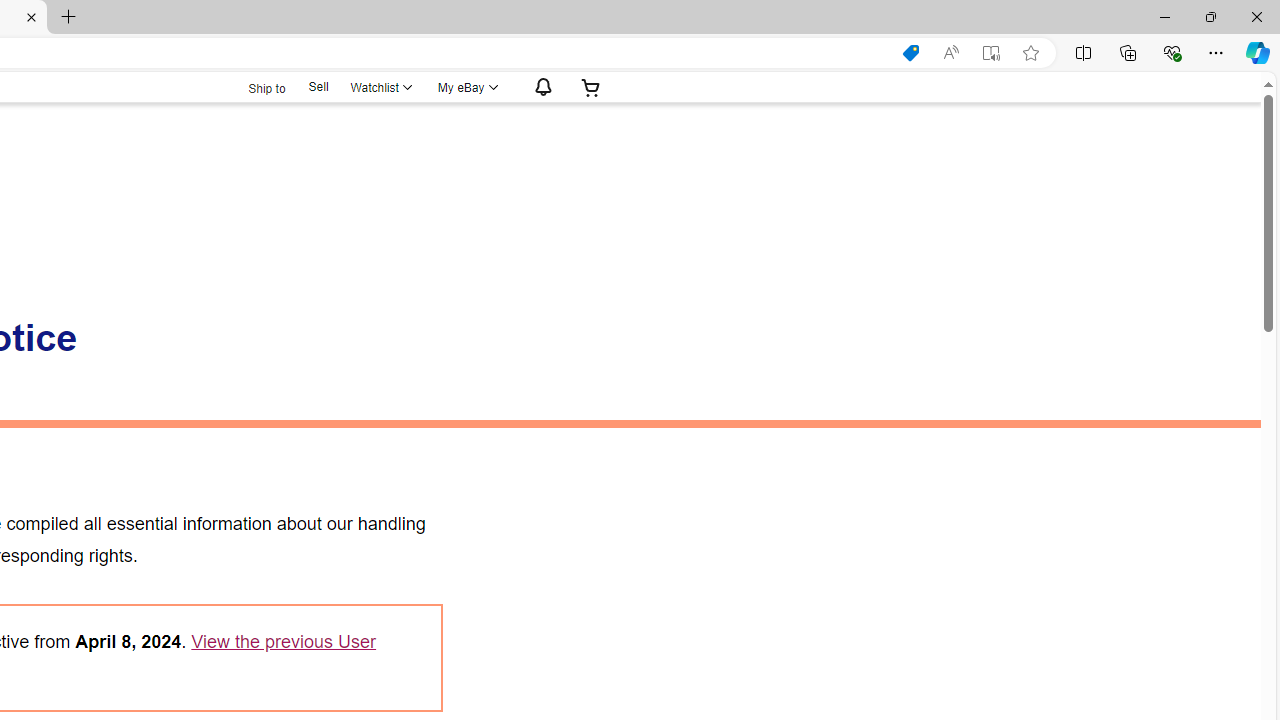 This screenshot has height=720, width=1280. Describe the element at coordinates (991, 52) in the screenshot. I see `'Enter Immersive Reader (F9)'` at that location.